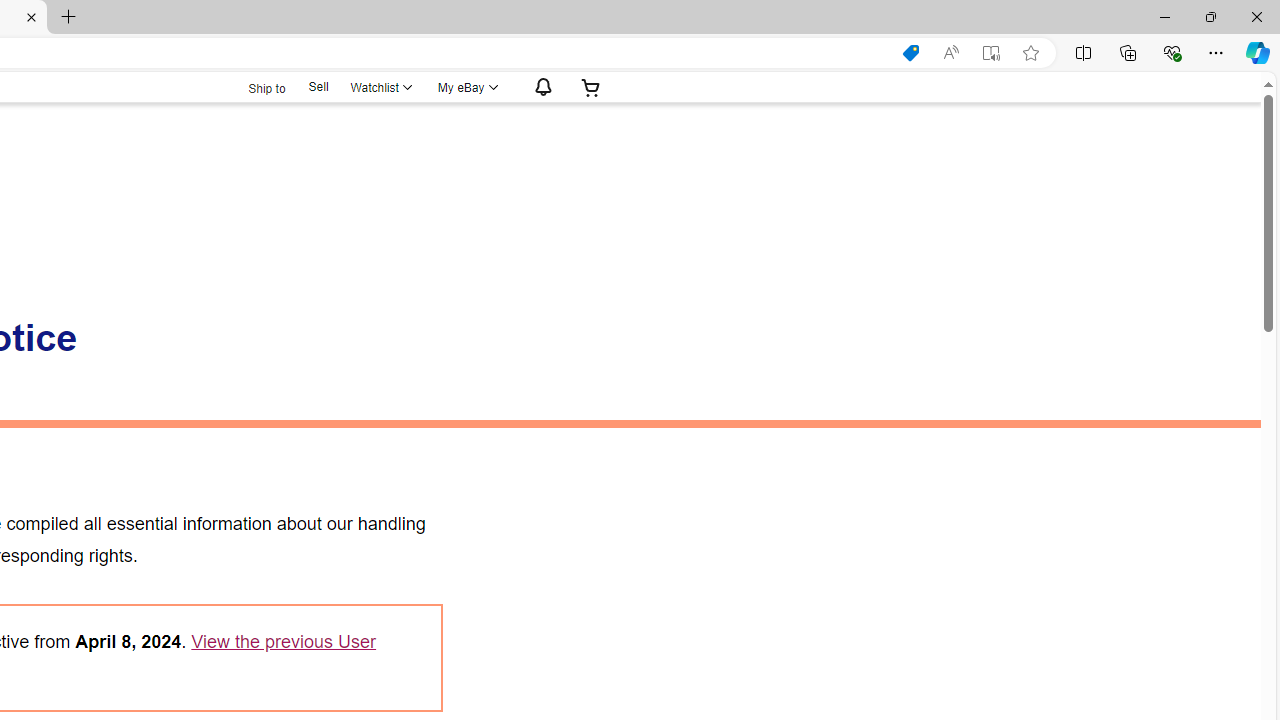 This screenshot has height=720, width=1280. Describe the element at coordinates (991, 52) in the screenshot. I see `'Enter Immersive Reader (F9)'` at that location.